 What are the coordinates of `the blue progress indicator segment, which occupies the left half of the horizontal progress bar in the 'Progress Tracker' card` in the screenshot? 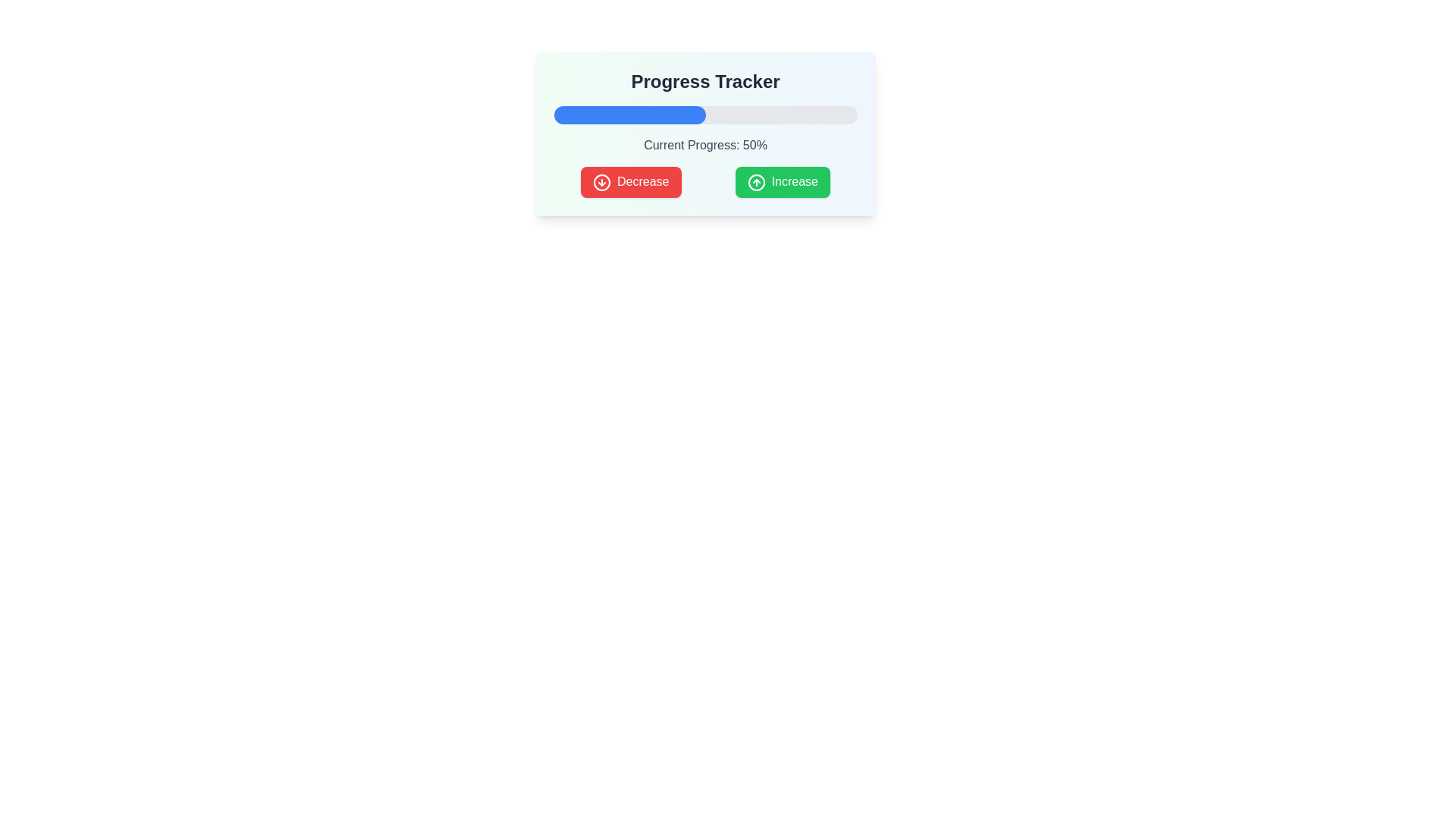 It's located at (629, 114).